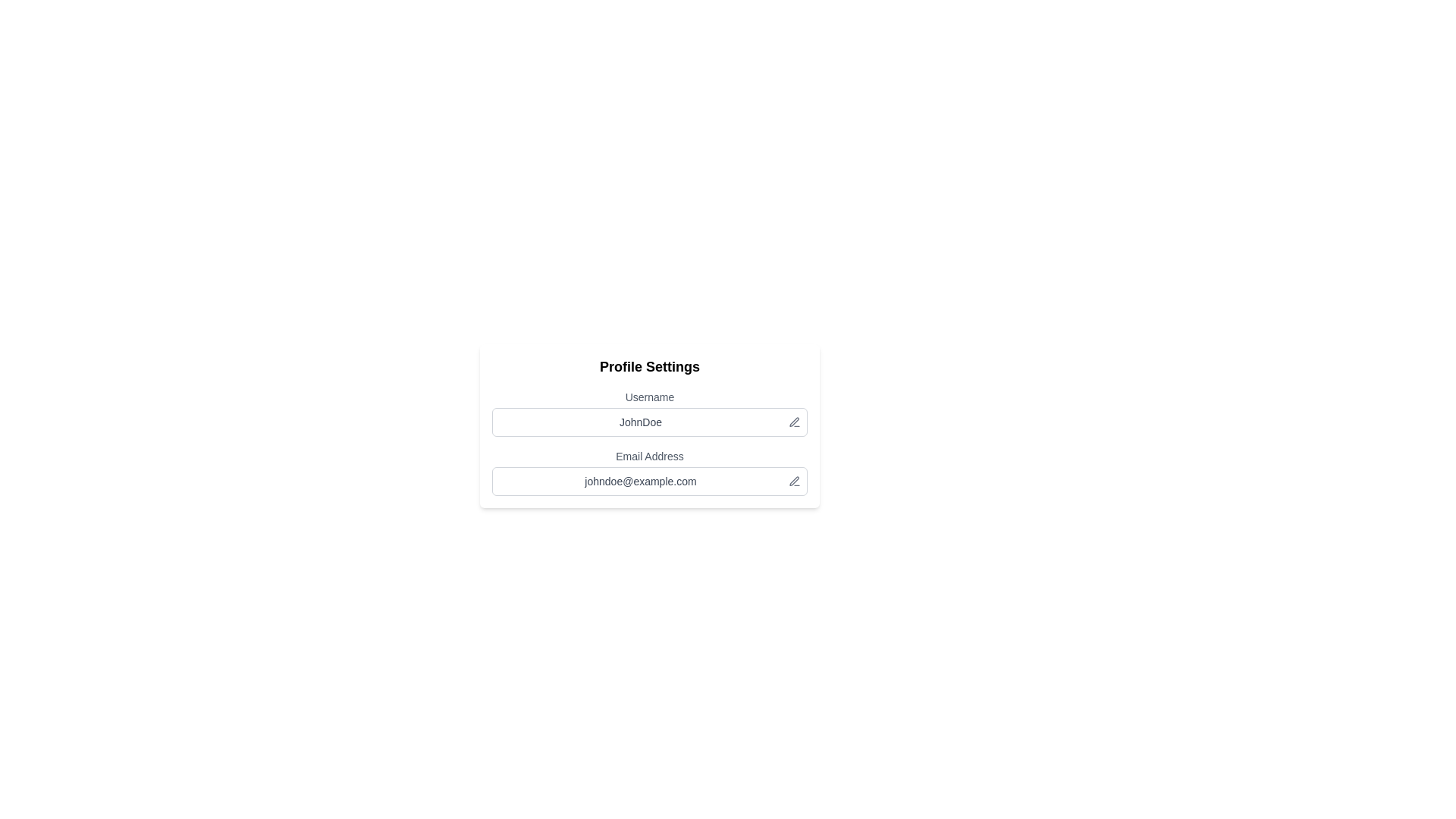 Image resolution: width=1456 pixels, height=819 pixels. I want to click on the static text label displaying the email address, which is located below the 'Email Address' label in a bordered section with rounded corners, so click(640, 482).